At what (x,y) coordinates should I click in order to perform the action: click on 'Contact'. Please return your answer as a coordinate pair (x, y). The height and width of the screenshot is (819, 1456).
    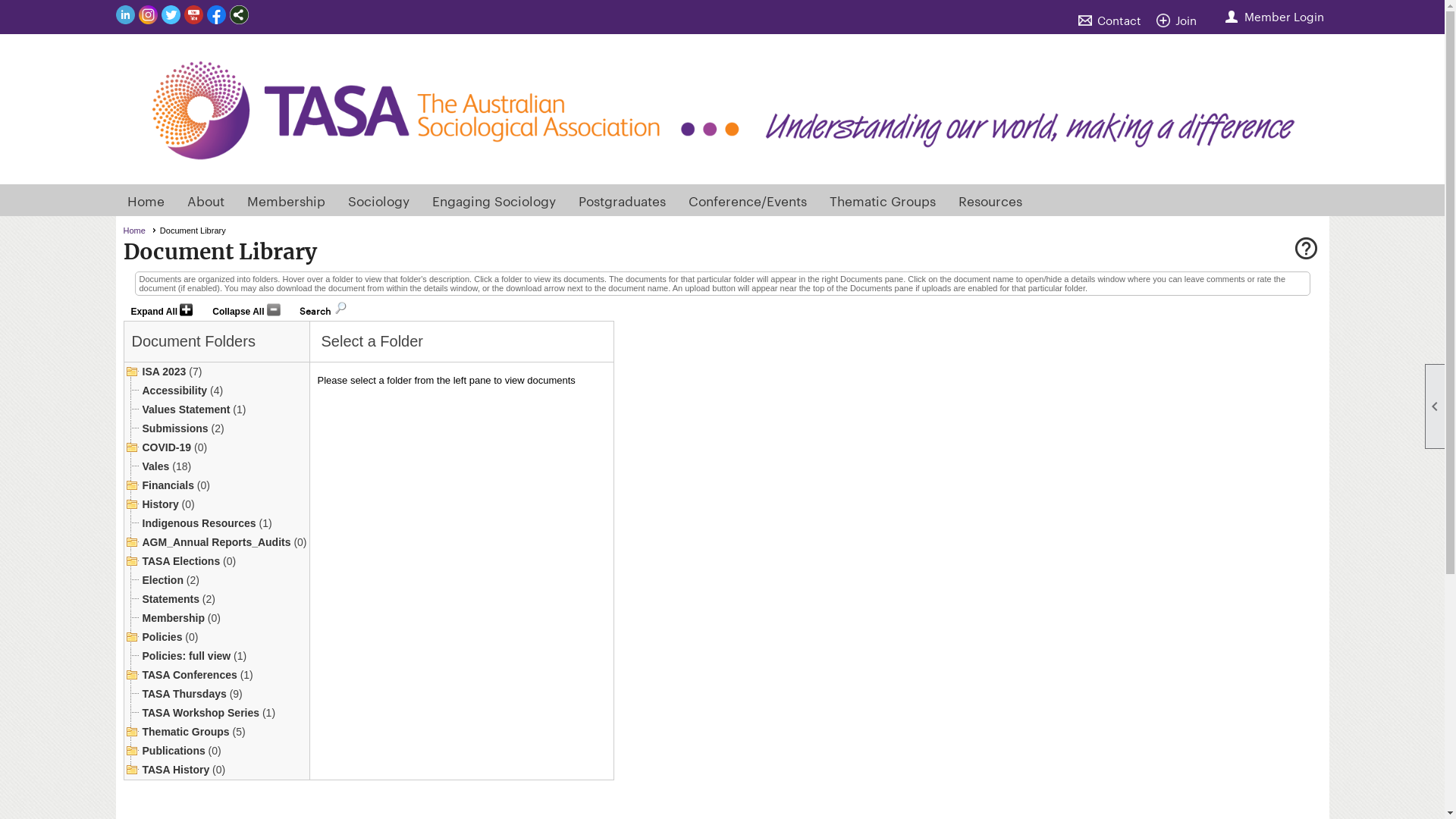
    Looking at the image, I should click on (1113, 20).